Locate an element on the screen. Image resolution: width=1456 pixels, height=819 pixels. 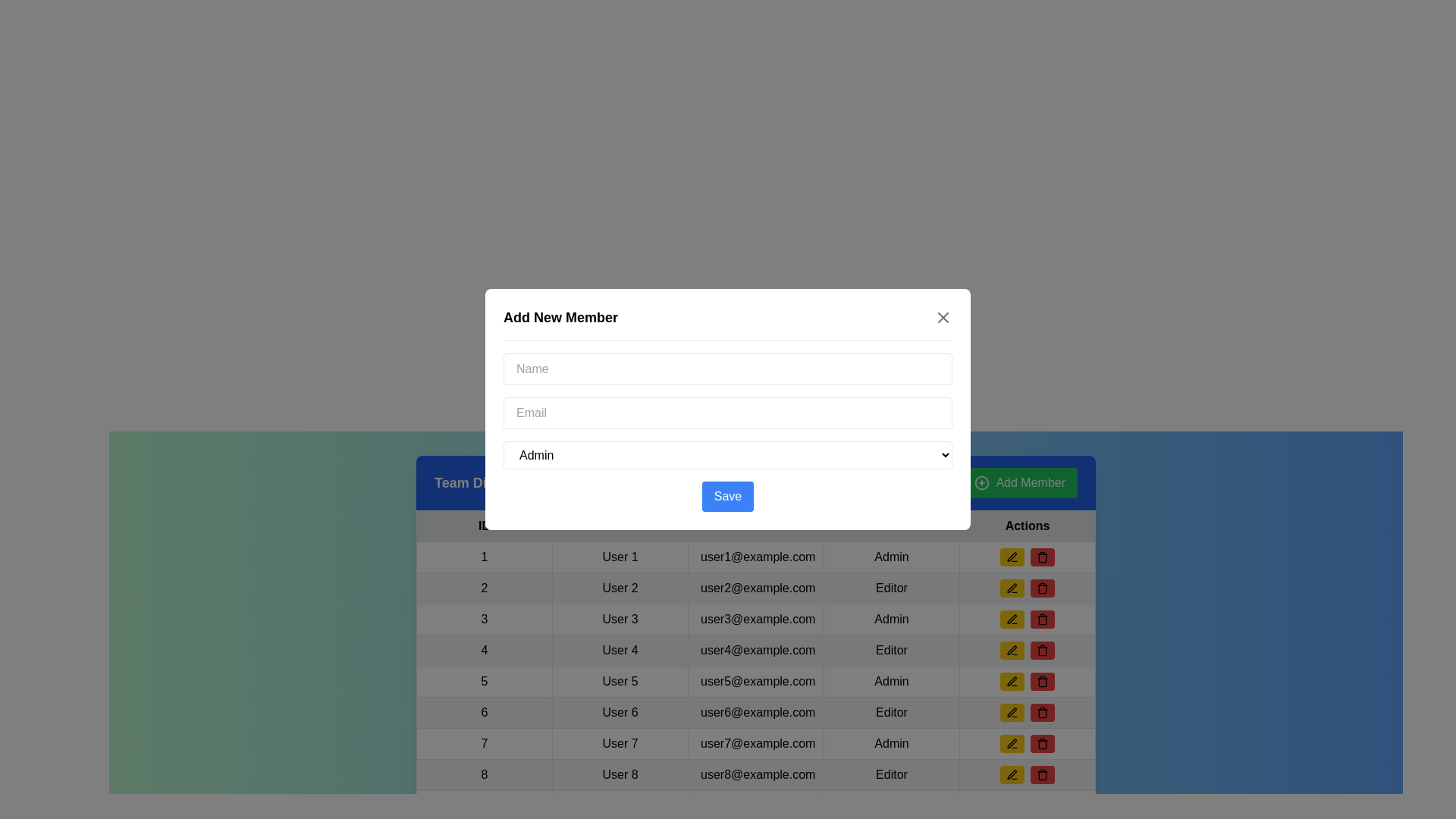
text displayed in the cell containing 'user7@example.com', located in the third cell of the row labeled '7' in the table is located at coordinates (756, 742).